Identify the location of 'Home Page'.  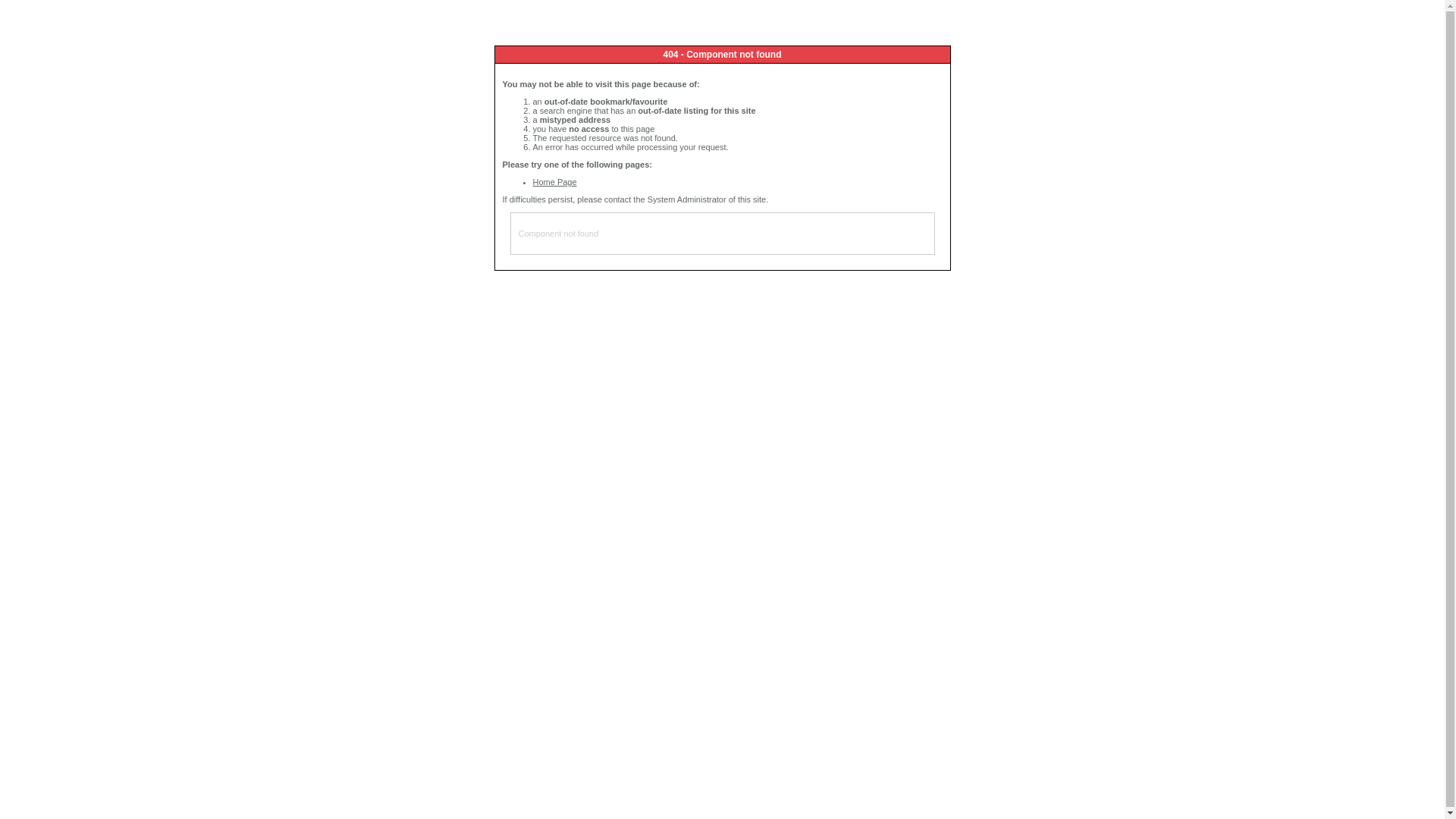
(532, 180).